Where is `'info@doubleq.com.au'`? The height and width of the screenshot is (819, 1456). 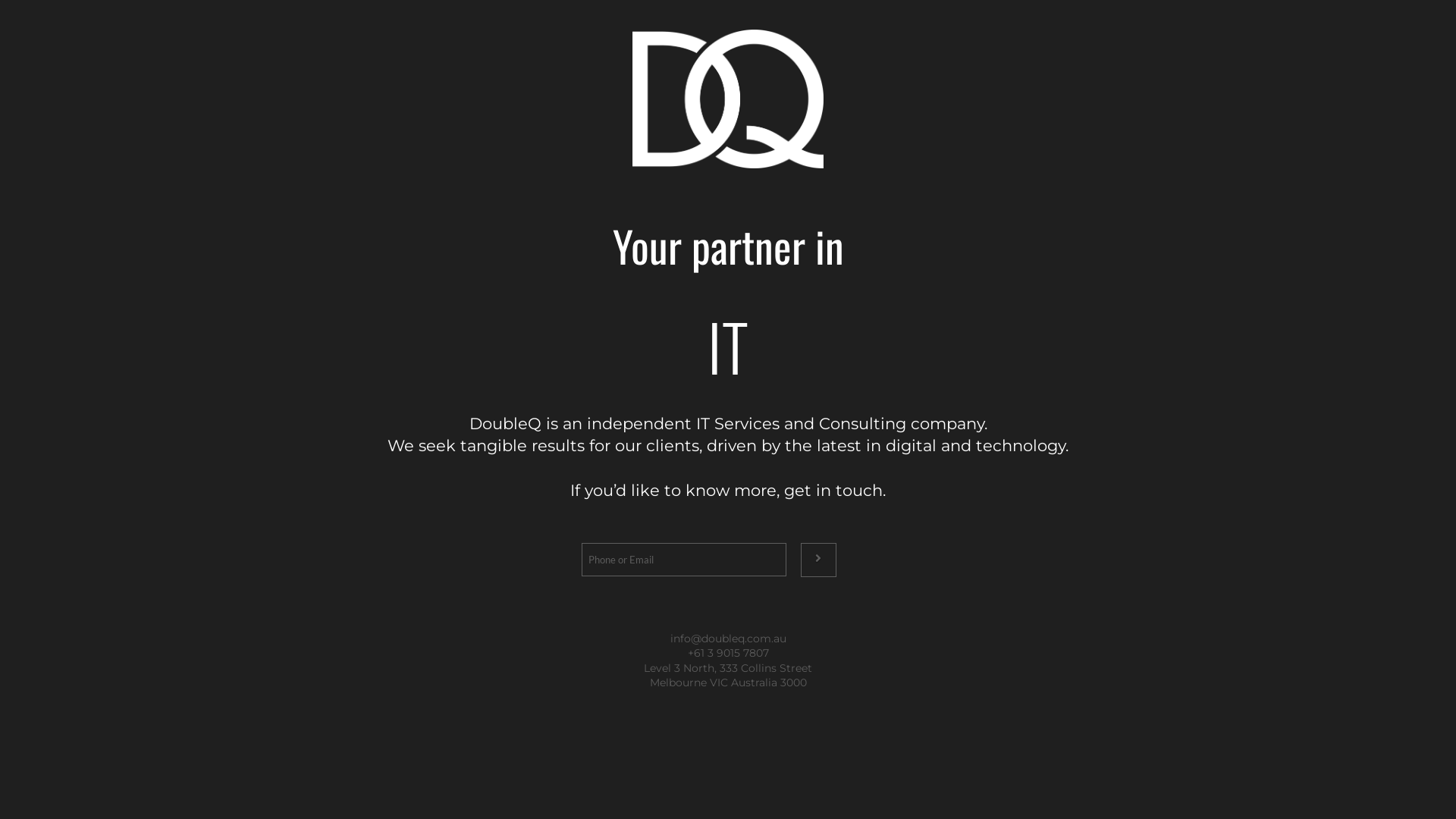 'info@doubleq.com.au' is located at coordinates (669, 638).